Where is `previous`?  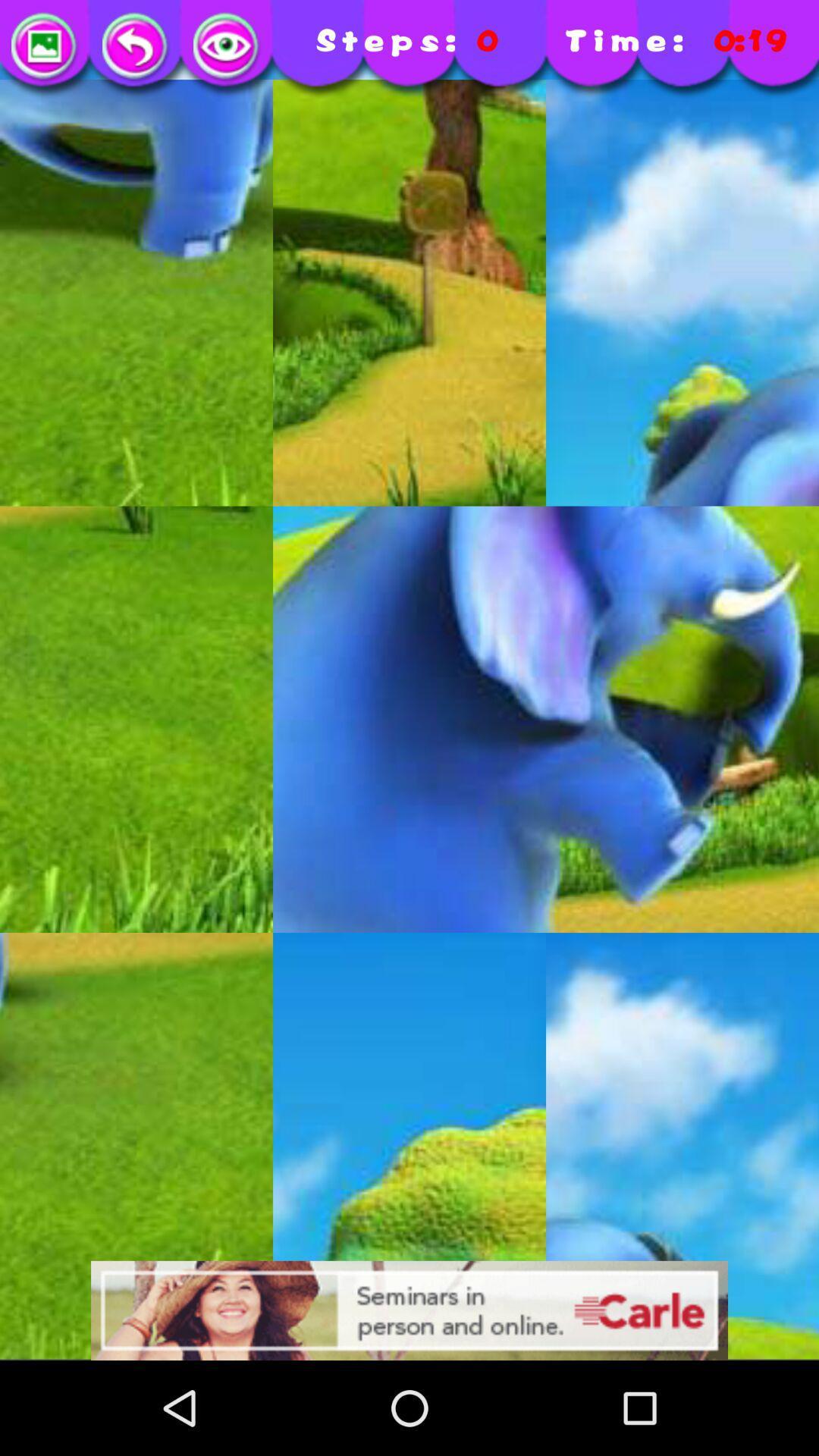
previous is located at coordinates (136, 47).